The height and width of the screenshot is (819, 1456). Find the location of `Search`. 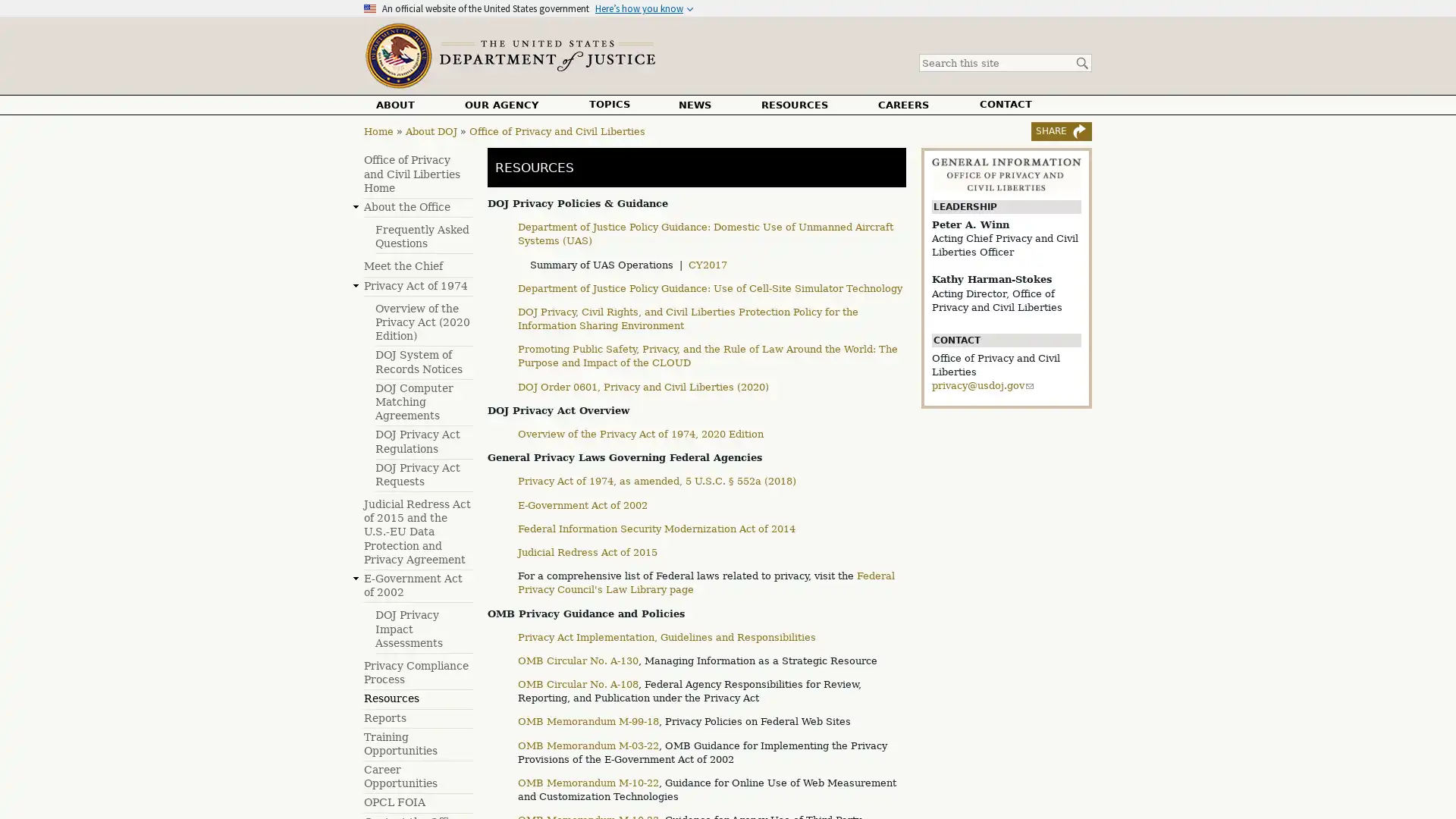

Search is located at coordinates (1081, 63).